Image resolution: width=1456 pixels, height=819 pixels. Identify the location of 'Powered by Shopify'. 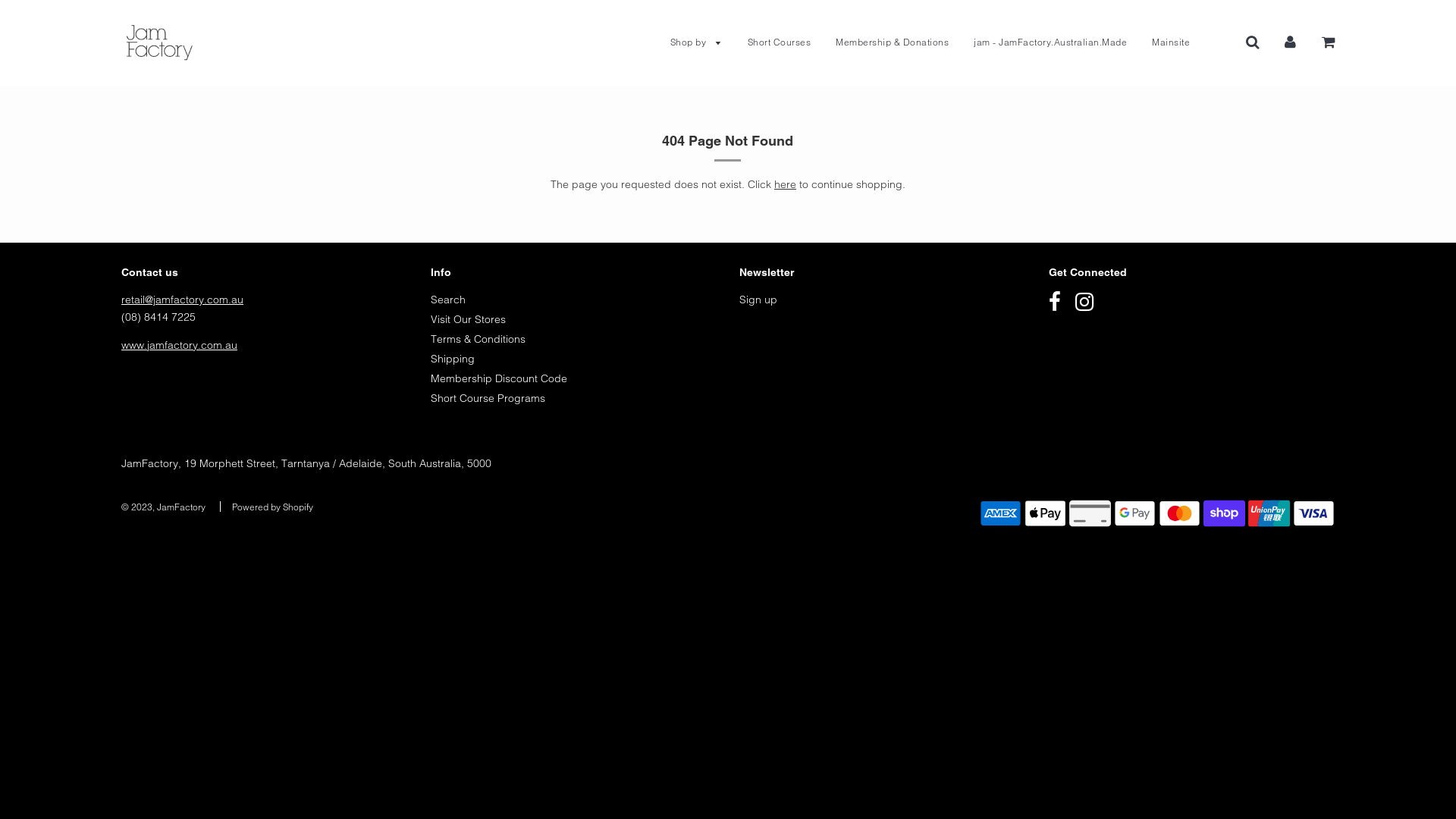
(231, 507).